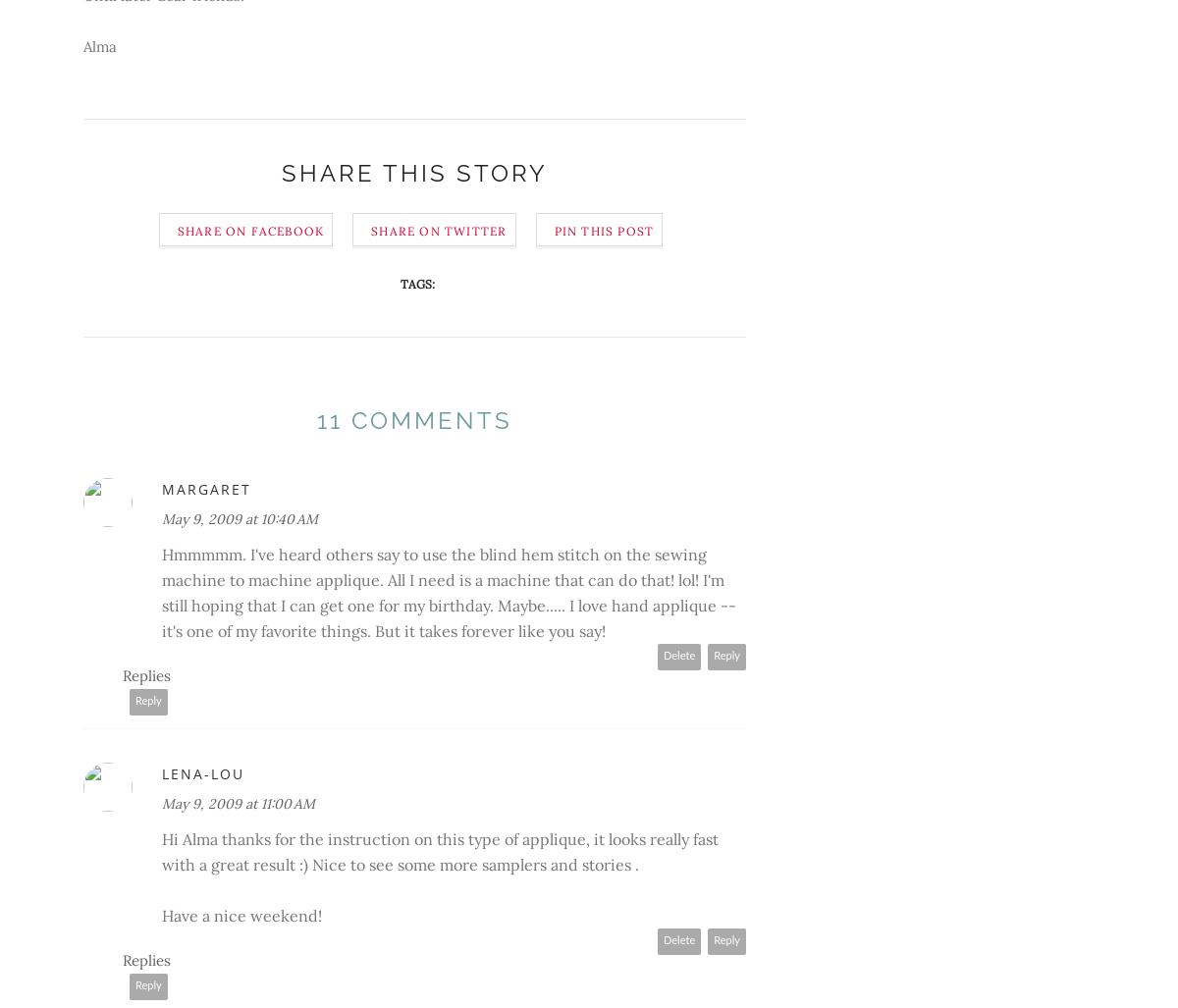 The image size is (1178, 1008). What do you see at coordinates (604, 230) in the screenshot?
I see `'Pin this Post'` at bounding box center [604, 230].